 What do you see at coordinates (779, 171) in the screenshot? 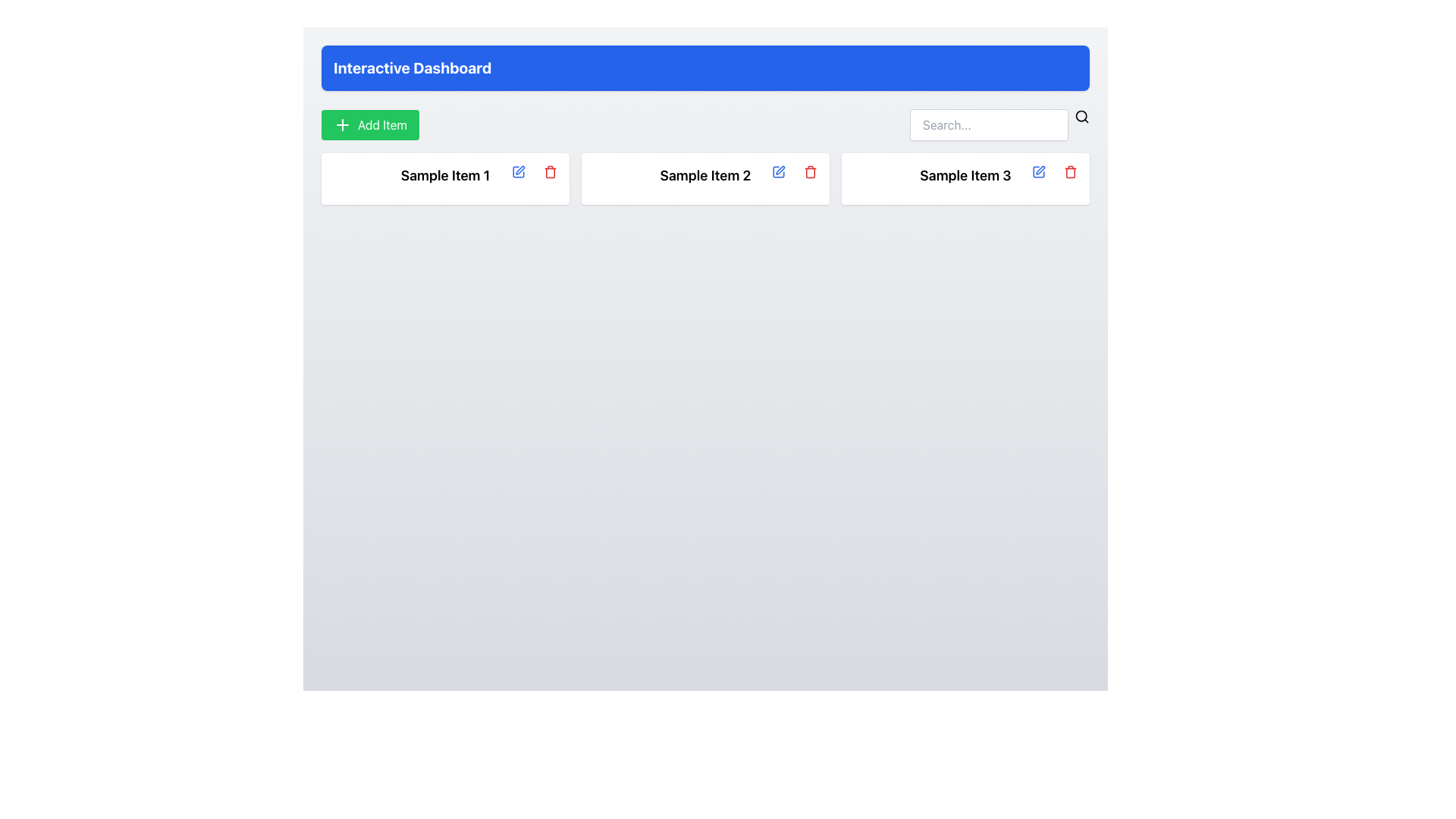
I see `SVG graphical component representing edit functionality, located within the icon set adjacent to 'Sample Item 2'` at bounding box center [779, 171].